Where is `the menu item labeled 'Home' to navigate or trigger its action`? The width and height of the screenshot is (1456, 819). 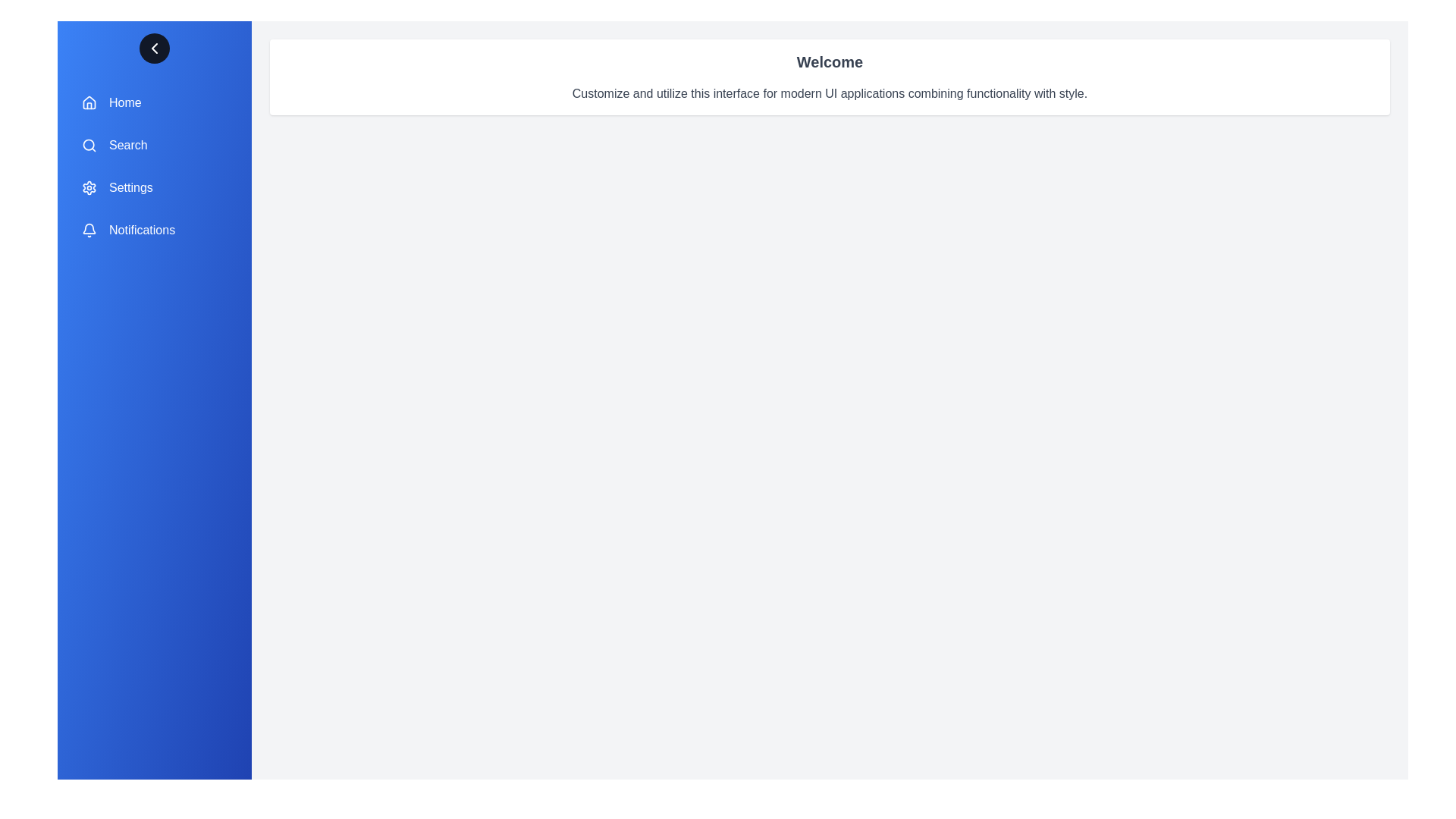 the menu item labeled 'Home' to navigate or trigger its action is located at coordinates (154, 102).